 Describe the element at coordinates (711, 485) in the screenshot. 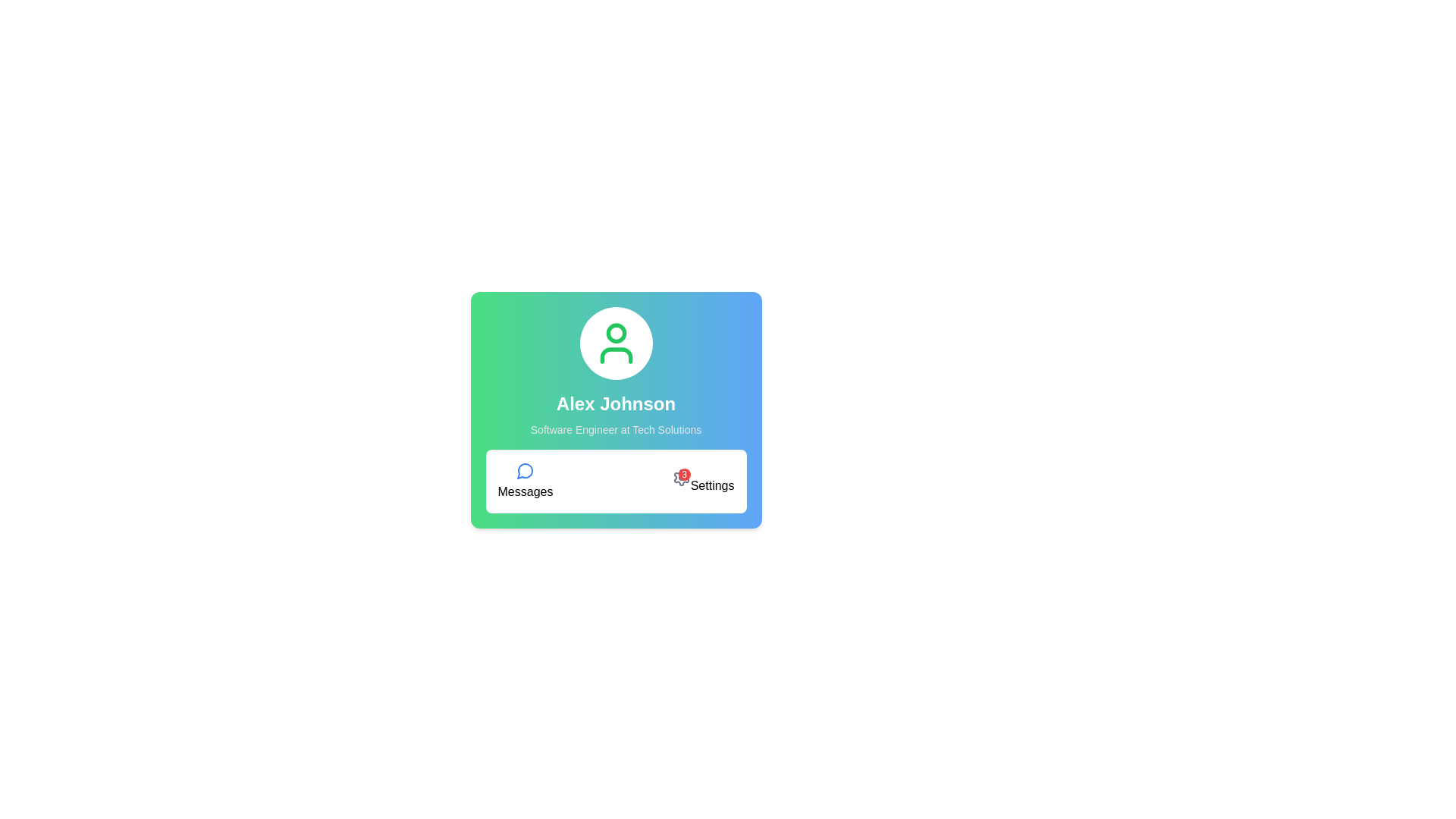

I see `the 'Settings' text label located below the cogwheel icon and above a numerical indicator, which is displayed in plain black font on a white background` at that location.